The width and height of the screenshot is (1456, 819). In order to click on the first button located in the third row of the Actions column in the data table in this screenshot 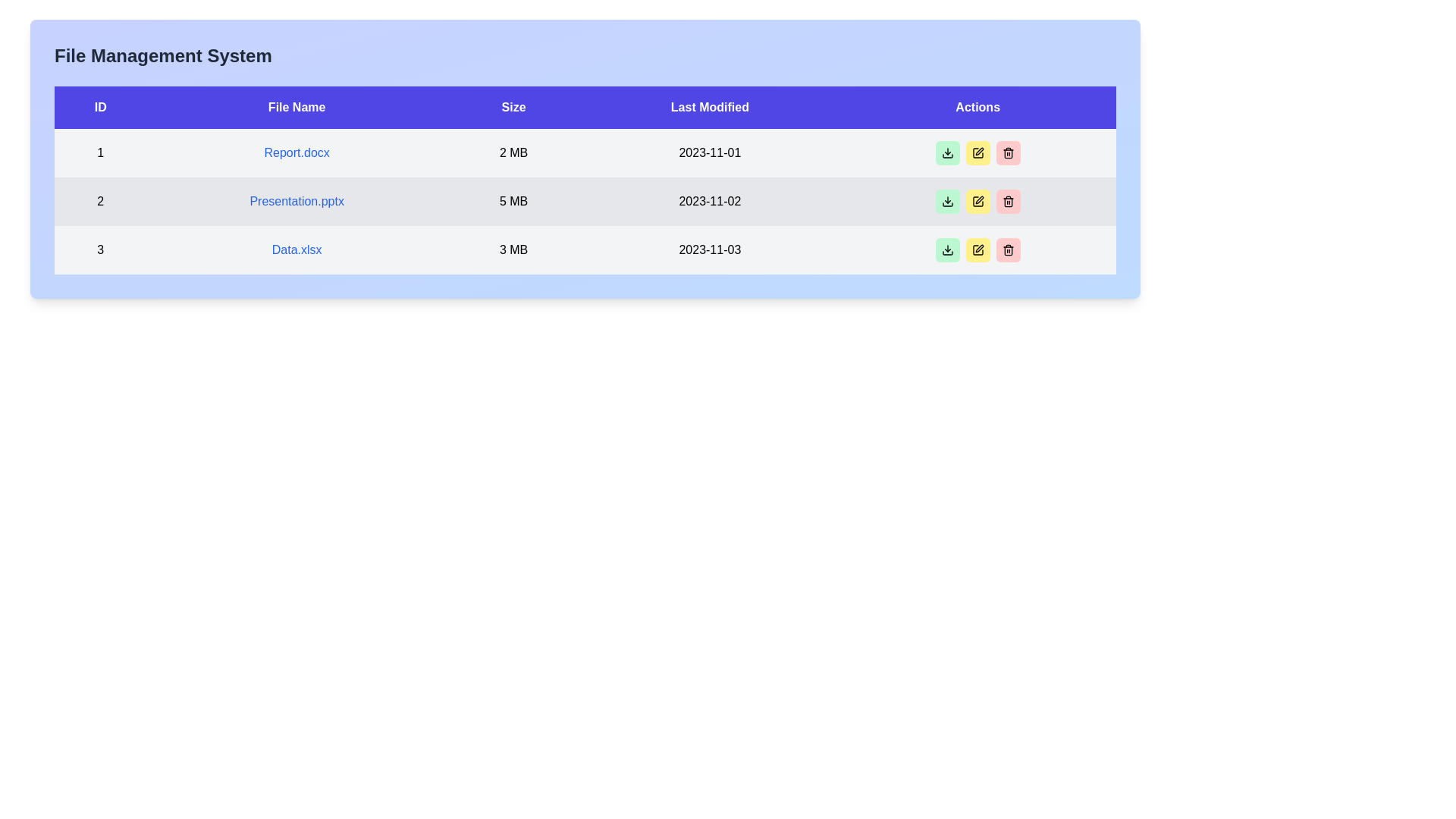, I will do `click(946, 249)`.